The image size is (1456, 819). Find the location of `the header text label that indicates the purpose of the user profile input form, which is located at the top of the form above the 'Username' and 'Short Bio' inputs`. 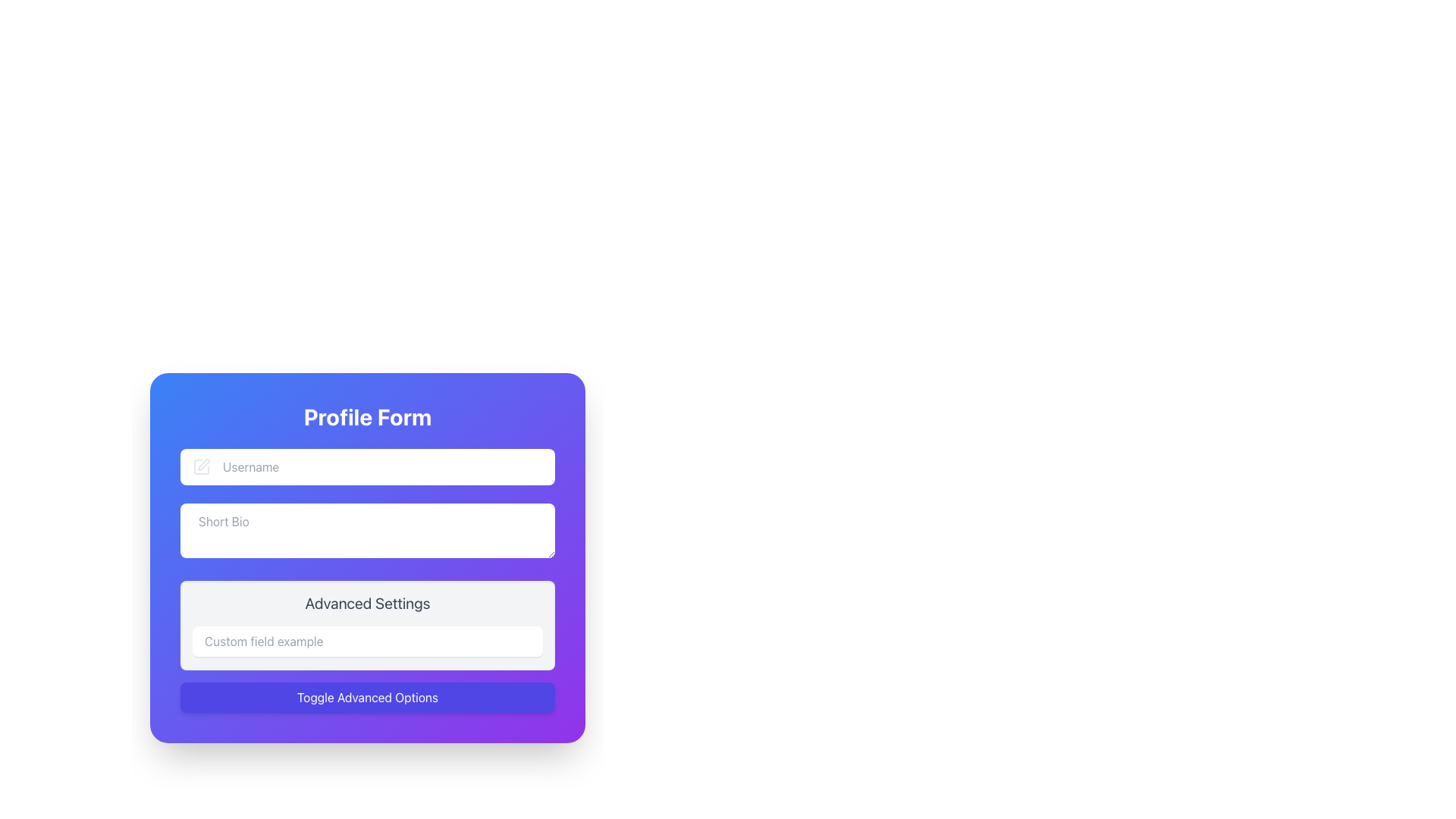

the header text label that indicates the purpose of the user profile input form, which is located at the top of the form above the 'Username' and 'Short Bio' inputs is located at coordinates (367, 417).